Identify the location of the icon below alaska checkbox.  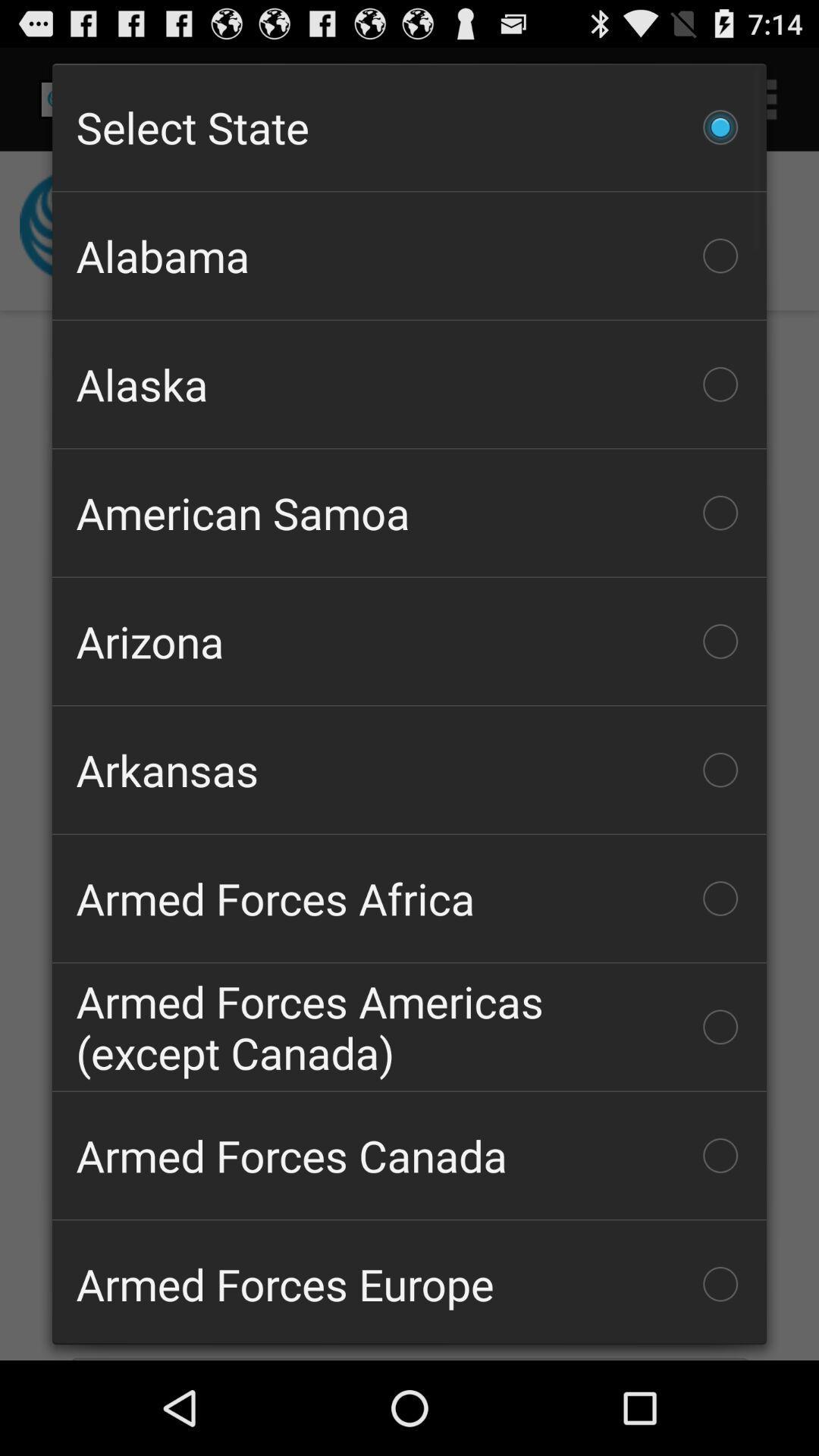
(409, 513).